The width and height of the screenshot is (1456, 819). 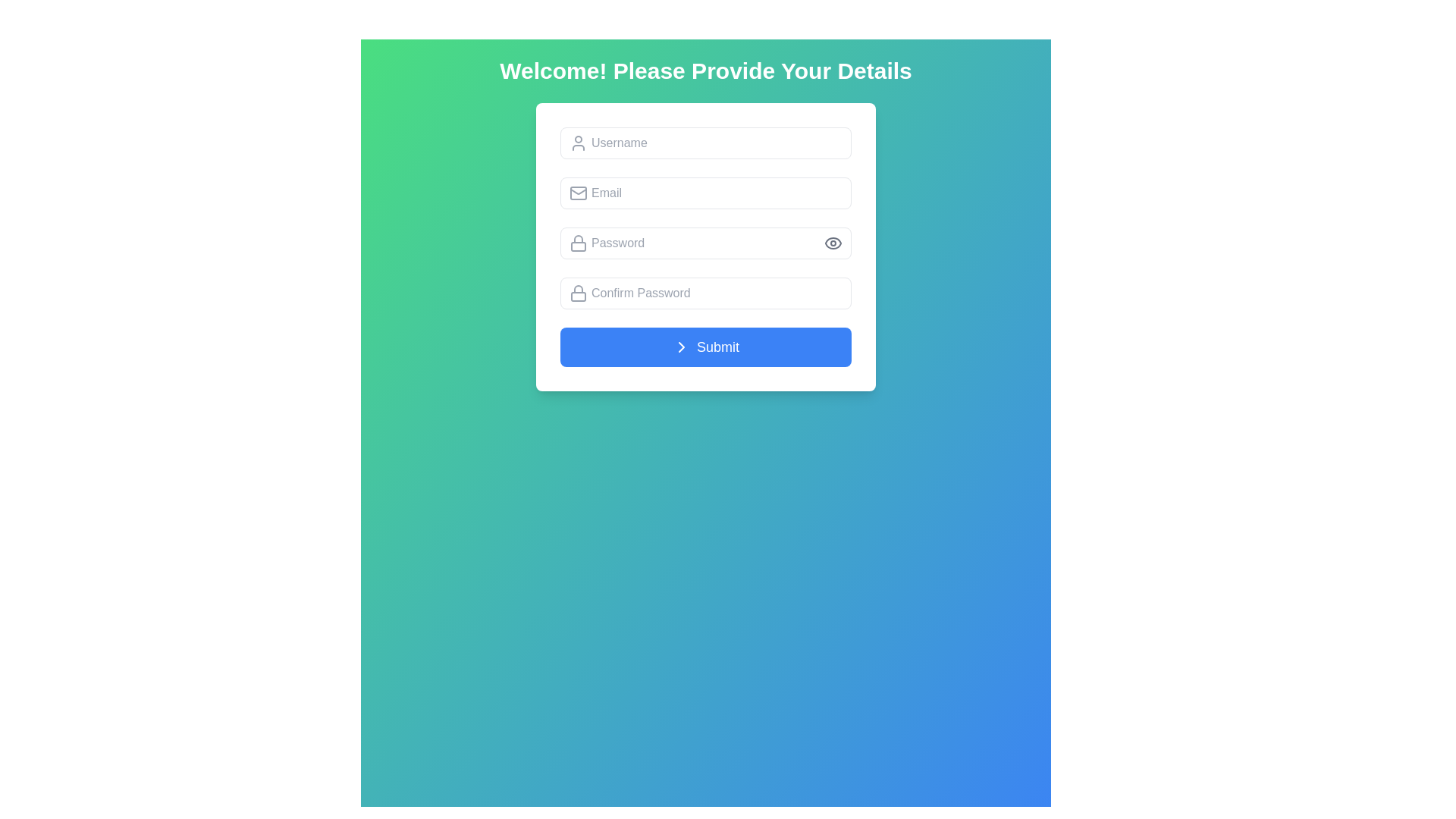 I want to click on the password confirmation input field to focus and start typing, which is the fourth input field in a vertical sequence within a centered white card layout, so click(x=705, y=293).